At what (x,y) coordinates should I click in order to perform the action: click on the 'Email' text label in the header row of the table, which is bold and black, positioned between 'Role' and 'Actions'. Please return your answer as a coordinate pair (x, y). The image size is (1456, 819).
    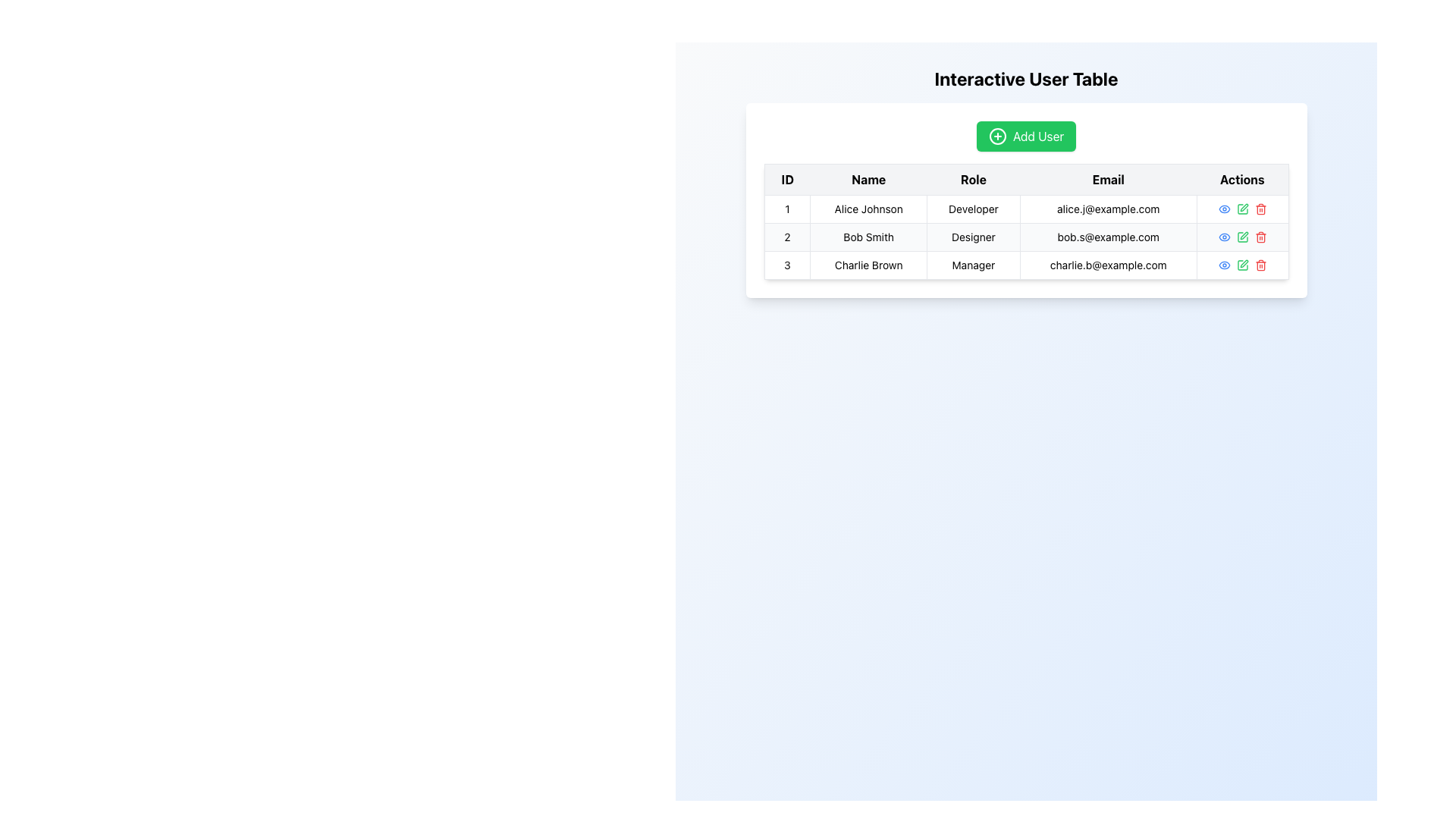
    Looking at the image, I should click on (1108, 178).